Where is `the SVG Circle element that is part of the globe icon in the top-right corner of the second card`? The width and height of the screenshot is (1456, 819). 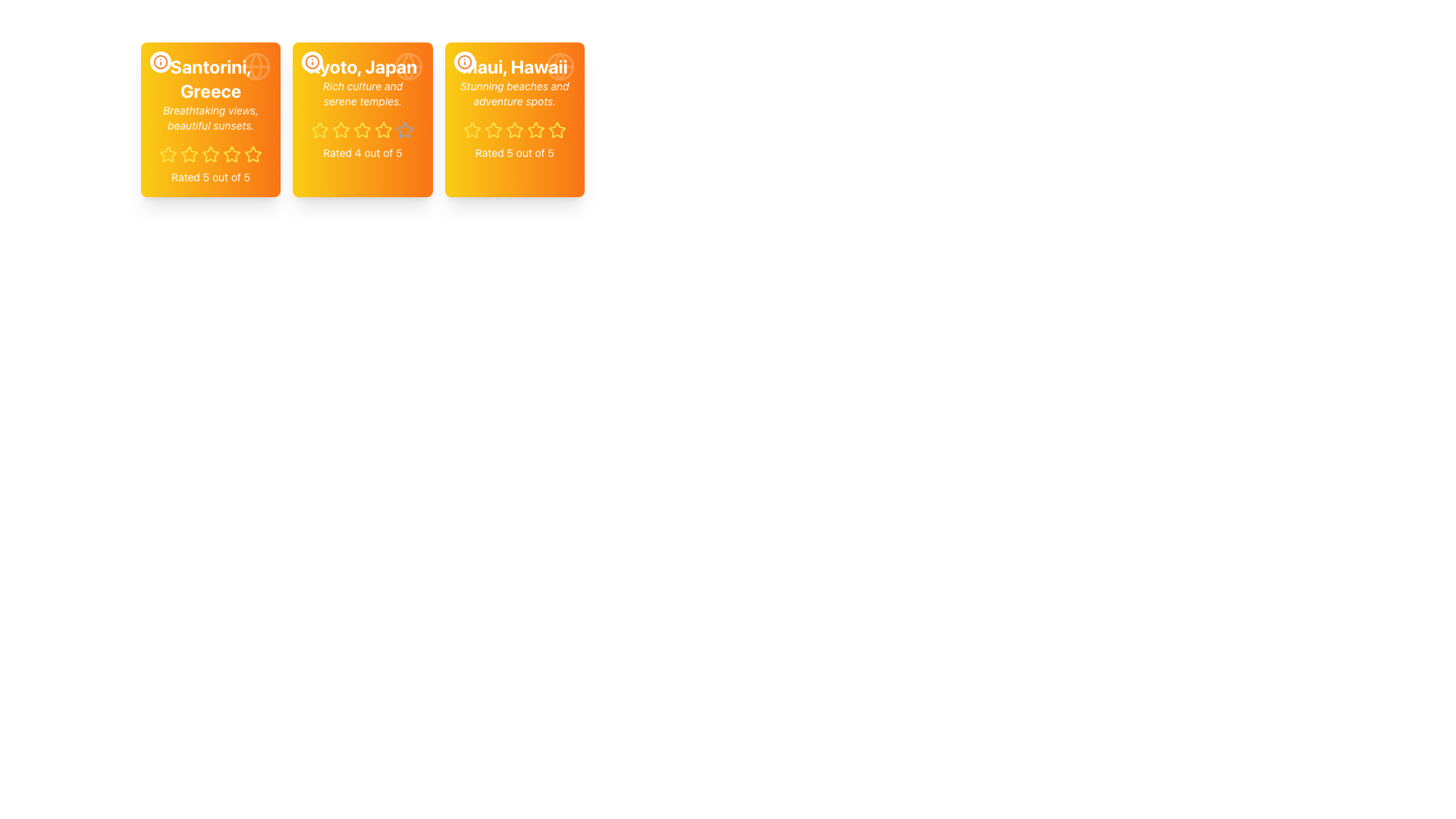 the SVG Circle element that is part of the globe icon in the top-right corner of the second card is located at coordinates (408, 66).